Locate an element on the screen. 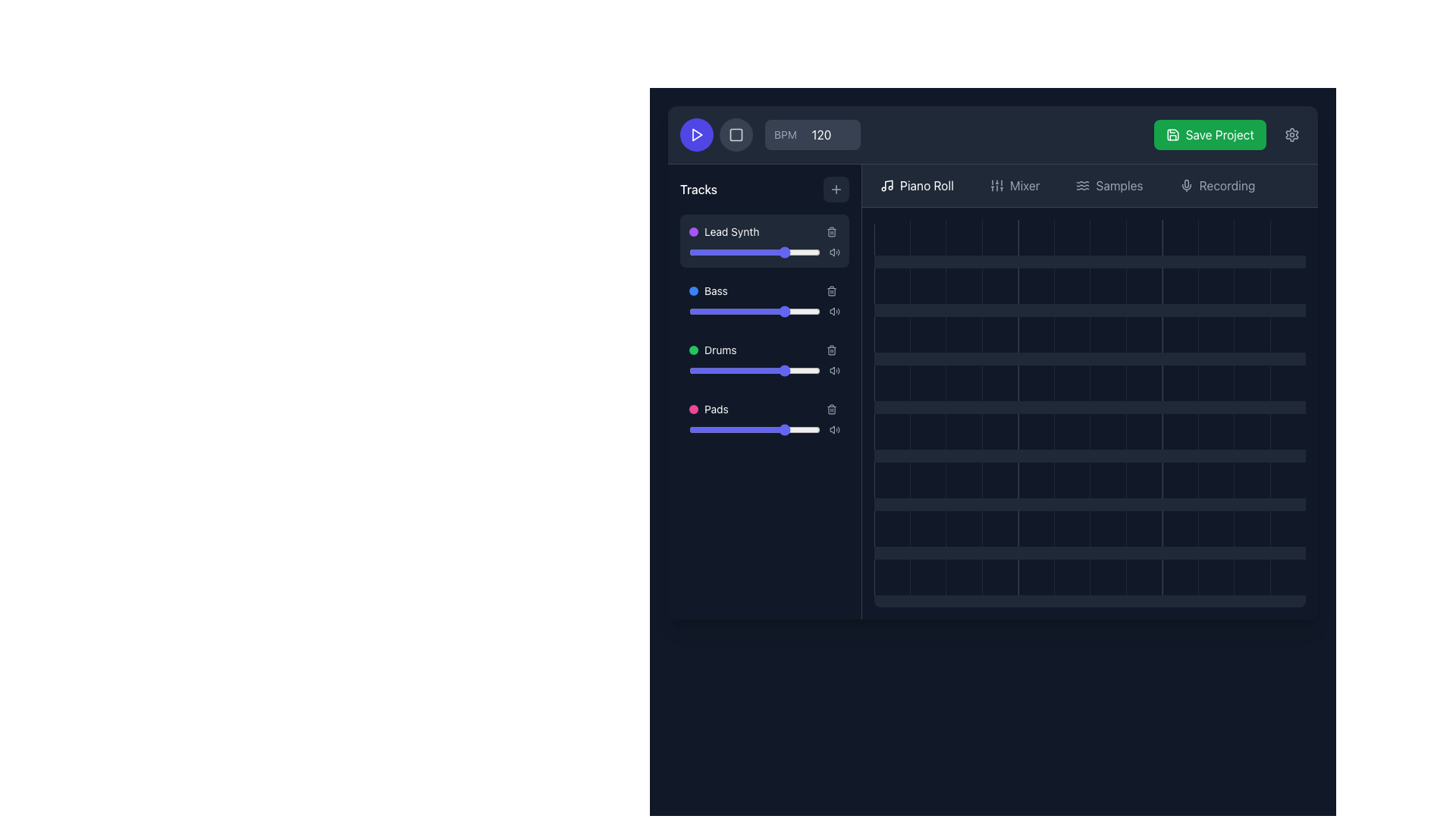 This screenshot has width=1456, height=819. the grid cell located in the fourth row and eighth column of the music composition interface is located at coordinates (1144, 286).